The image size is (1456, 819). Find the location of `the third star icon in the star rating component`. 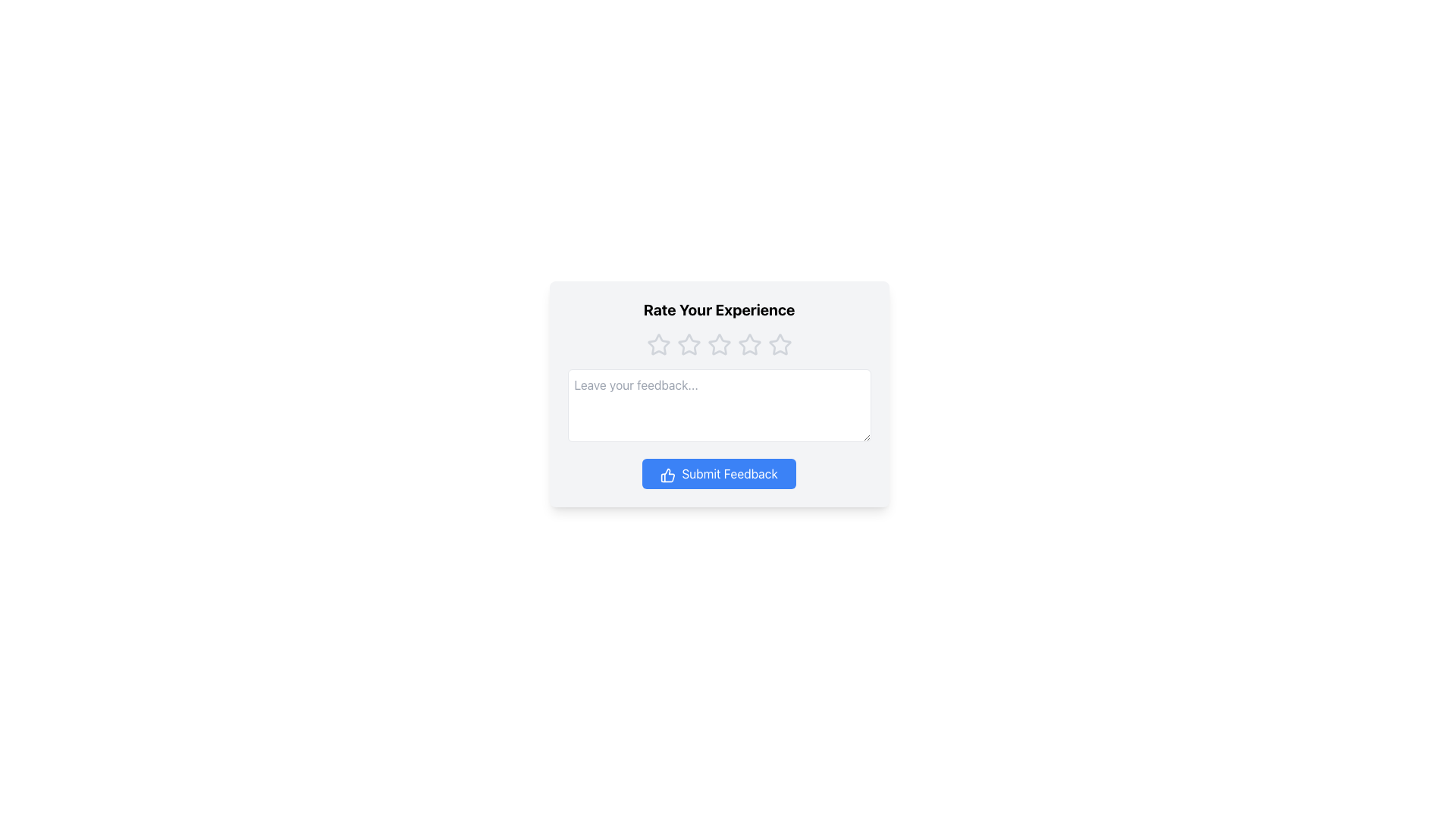

the third star icon in the star rating component is located at coordinates (749, 344).